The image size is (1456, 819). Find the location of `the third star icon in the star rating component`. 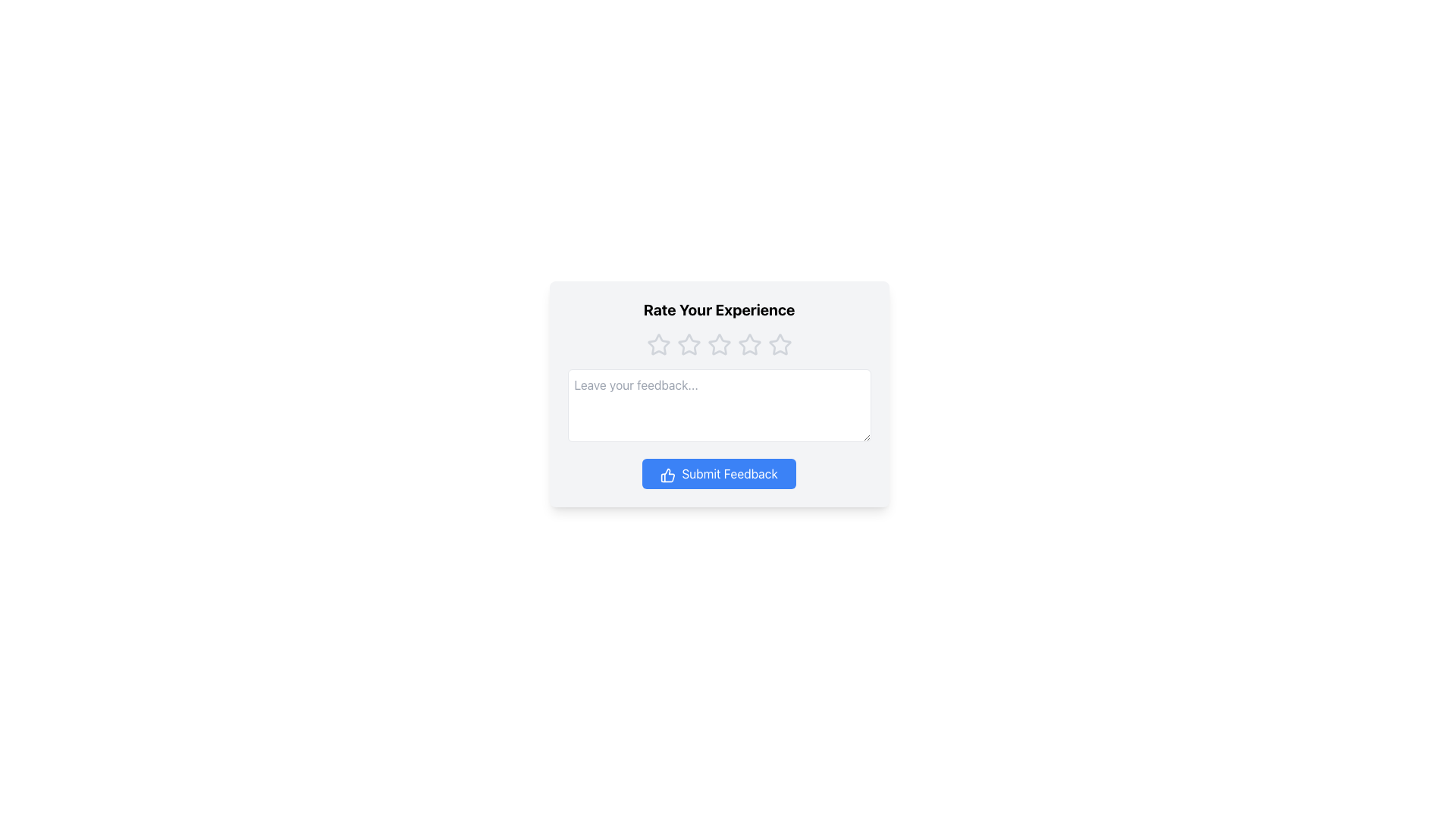

the third star icon in the star rating component is located at coordinates (749, 344).